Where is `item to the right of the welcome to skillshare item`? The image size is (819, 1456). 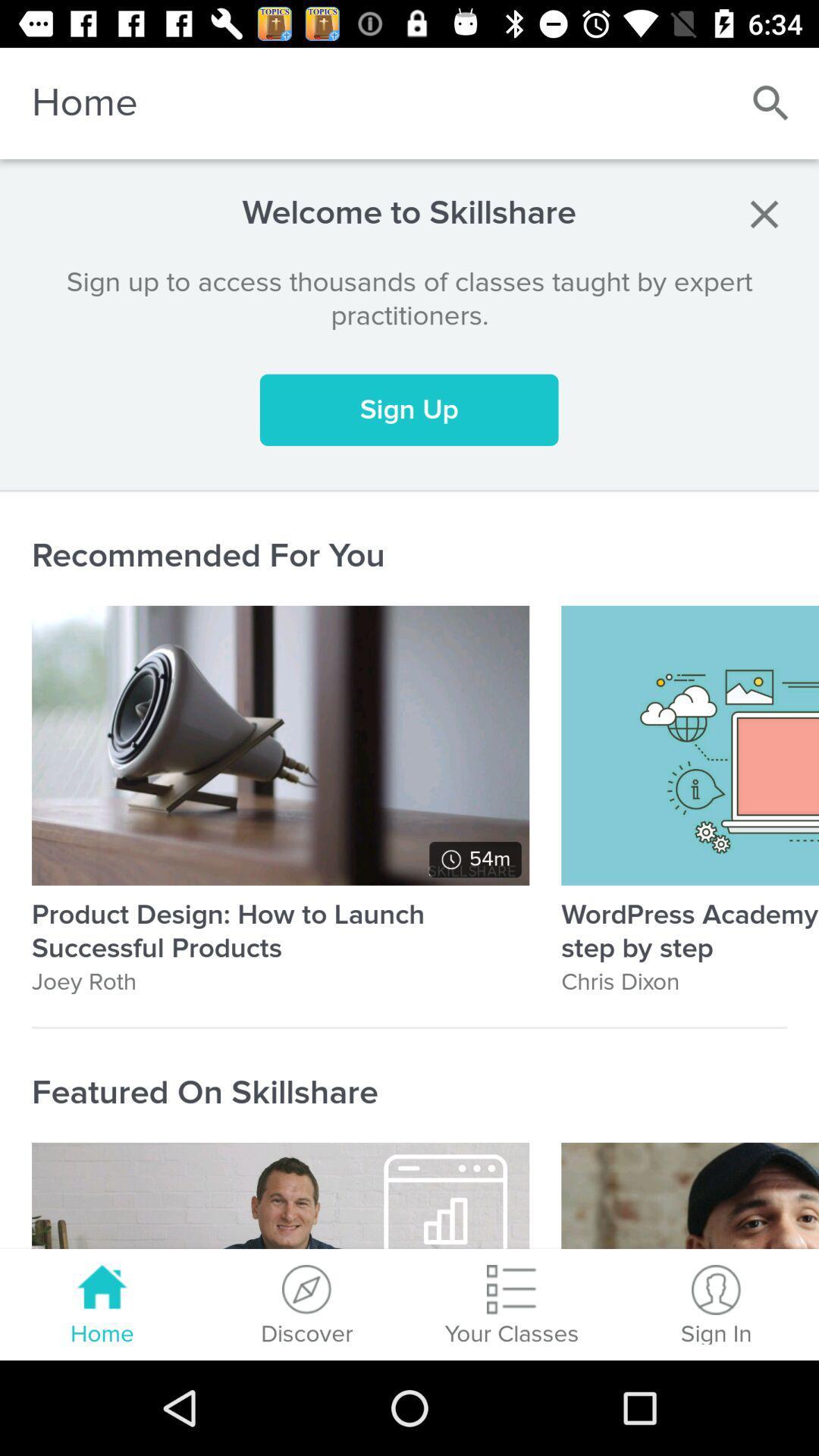 item to the right of the welcome to skillshare item is located at coordinates (764, 213).